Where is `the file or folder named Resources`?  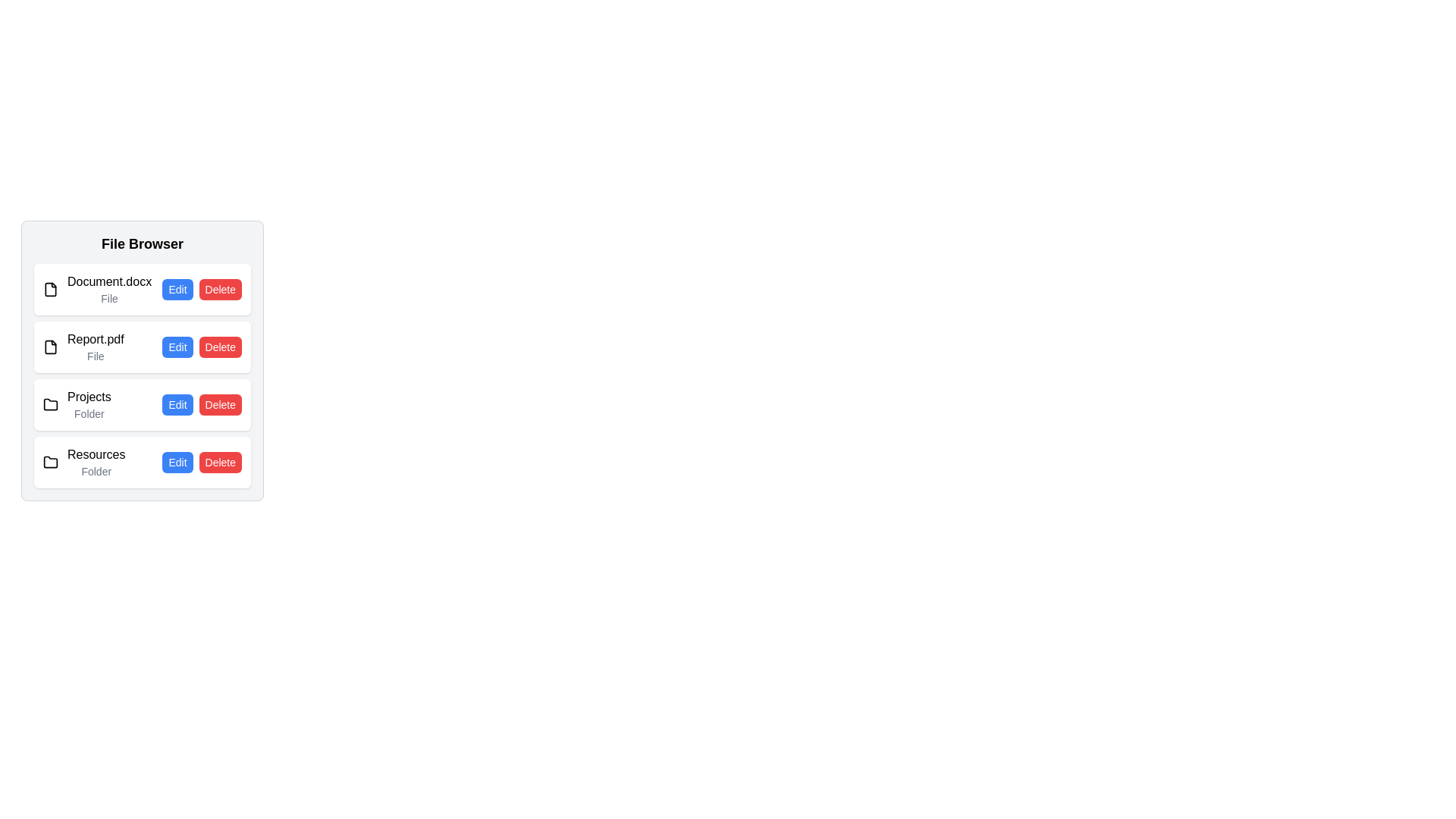
the file or folder named Resources is located at coordinates (142, 461).